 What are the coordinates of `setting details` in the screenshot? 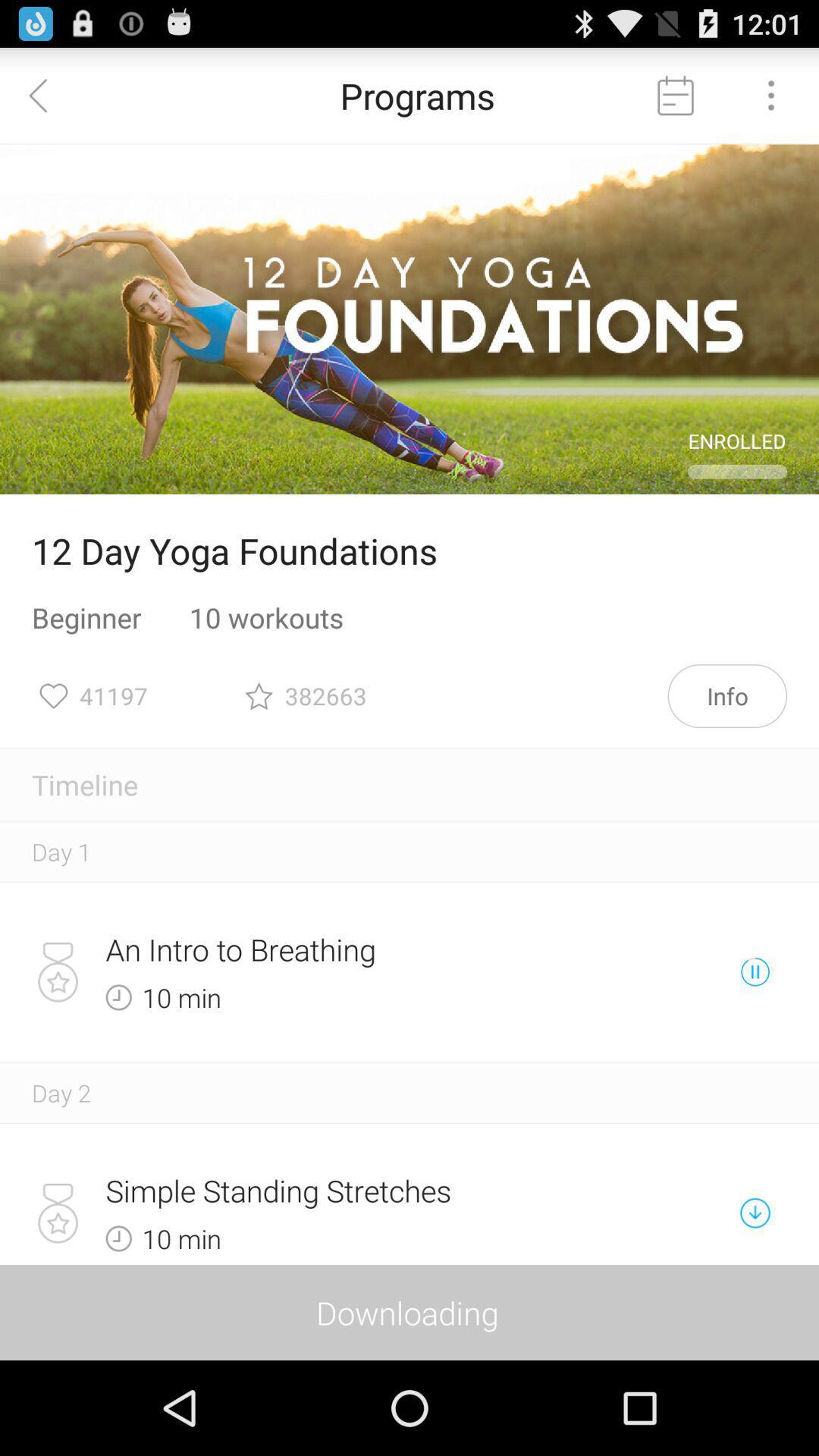 It's located at (771, 94).